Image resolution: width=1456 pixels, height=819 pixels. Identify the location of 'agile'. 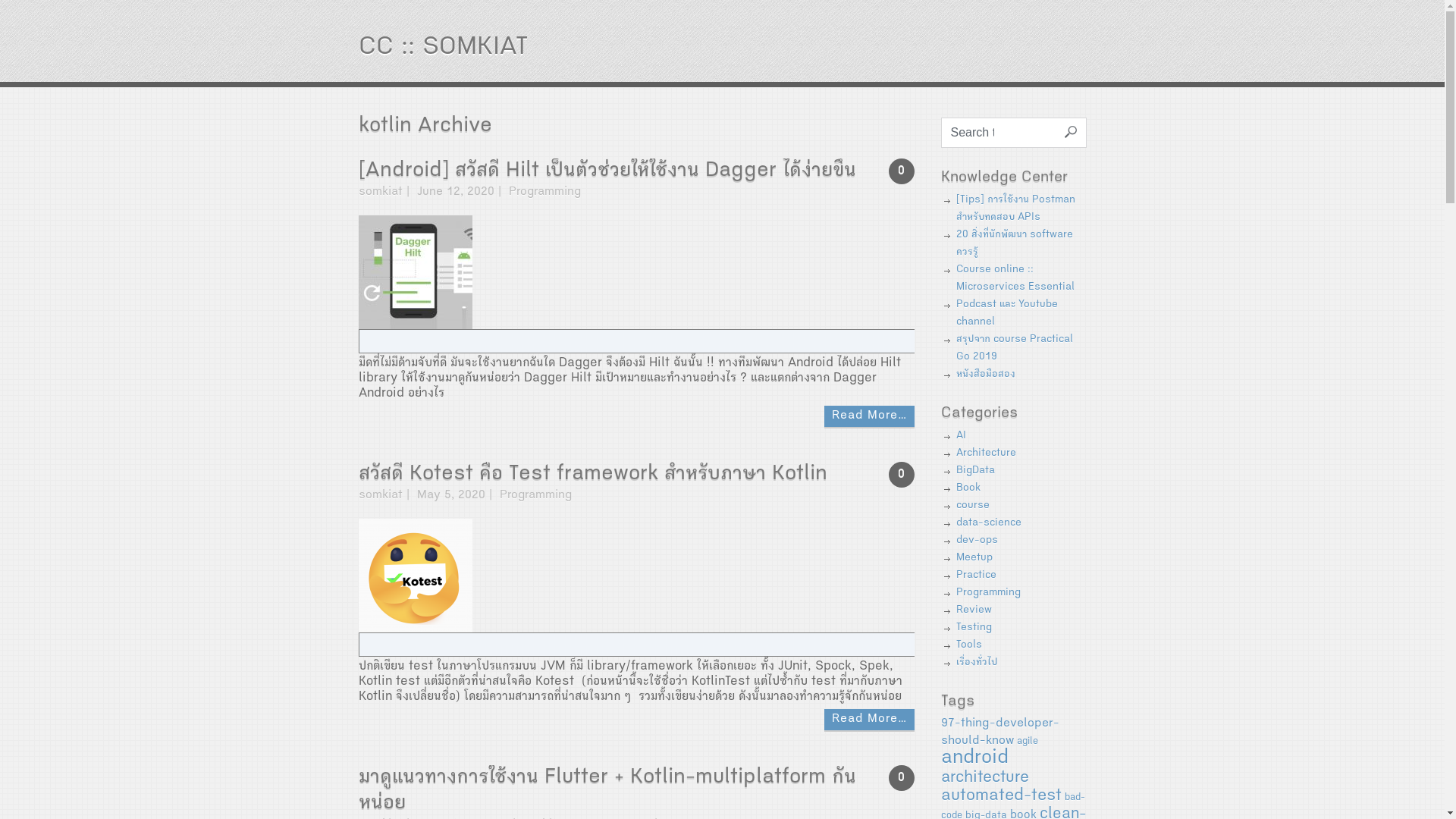
(1026, 741).